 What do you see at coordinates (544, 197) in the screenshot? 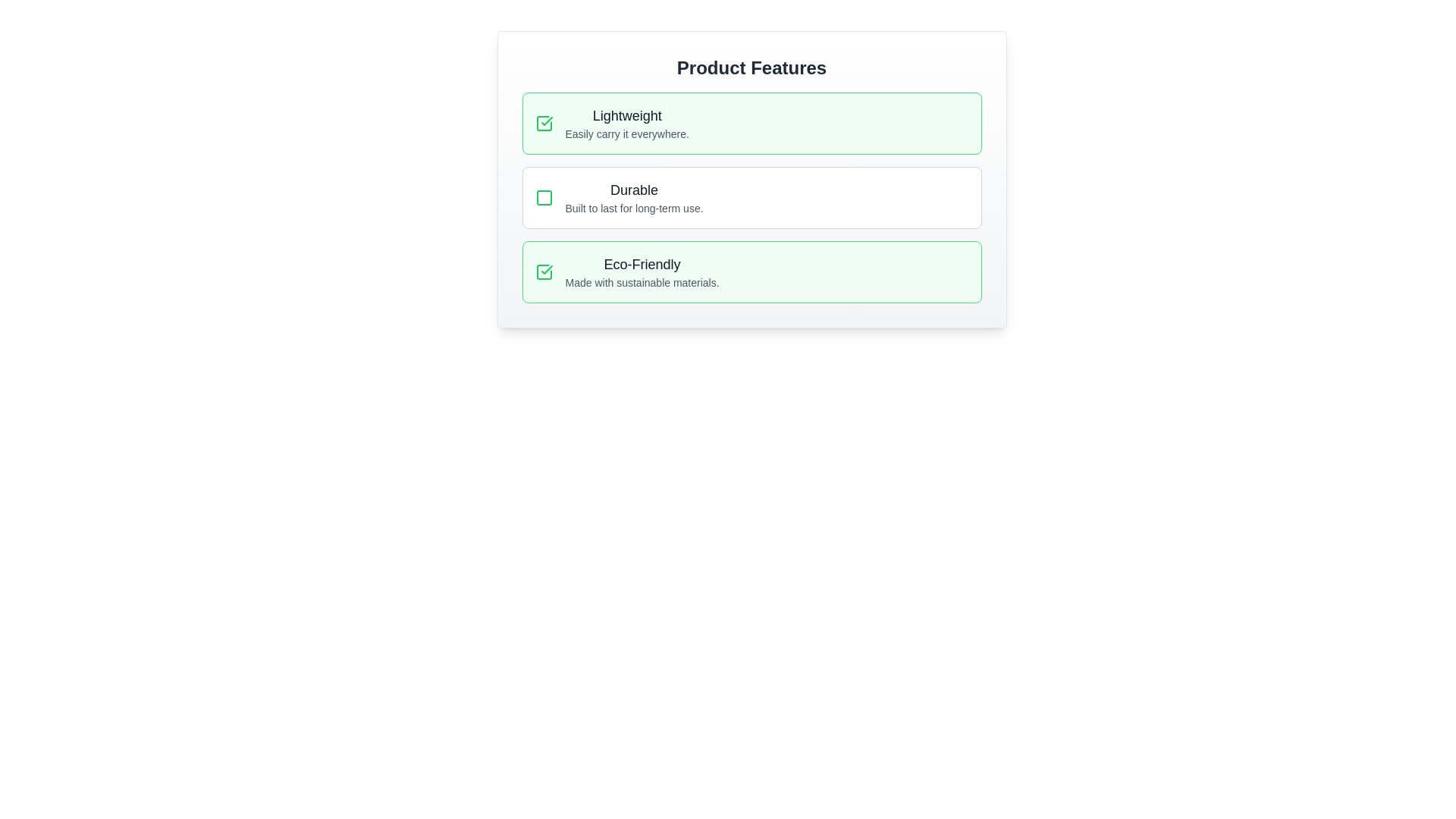
I see `the green square outline icon that serves as a bullet point for the 'Durable' label, located within the second feature card` at bounding box center [544, 197].